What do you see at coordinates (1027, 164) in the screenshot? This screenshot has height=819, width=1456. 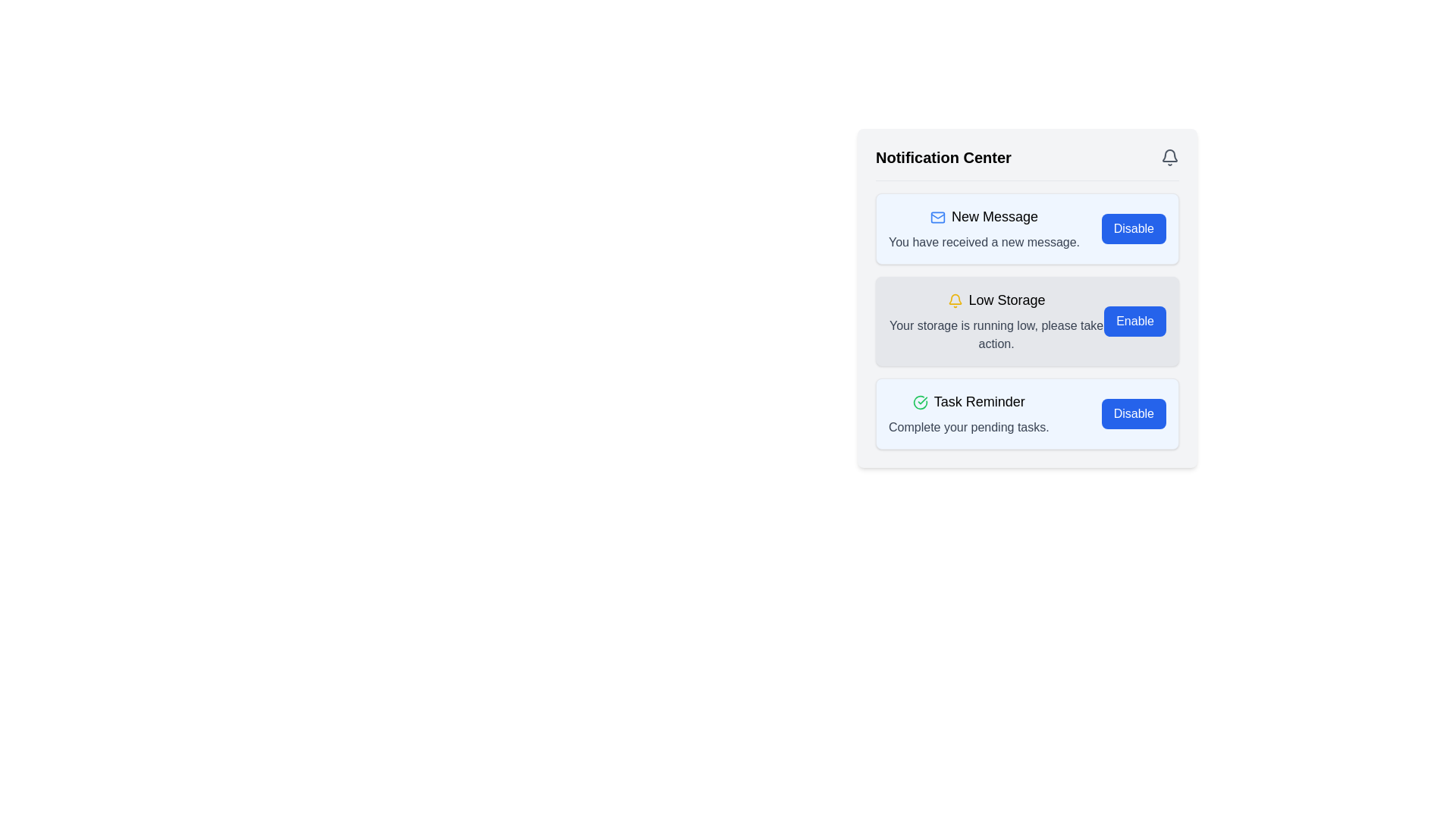 I see `the 'Notification Center' heading element that displays the text in bold with a bell icon, located at the top of the notification panel` at bounding box center [1027, 164].